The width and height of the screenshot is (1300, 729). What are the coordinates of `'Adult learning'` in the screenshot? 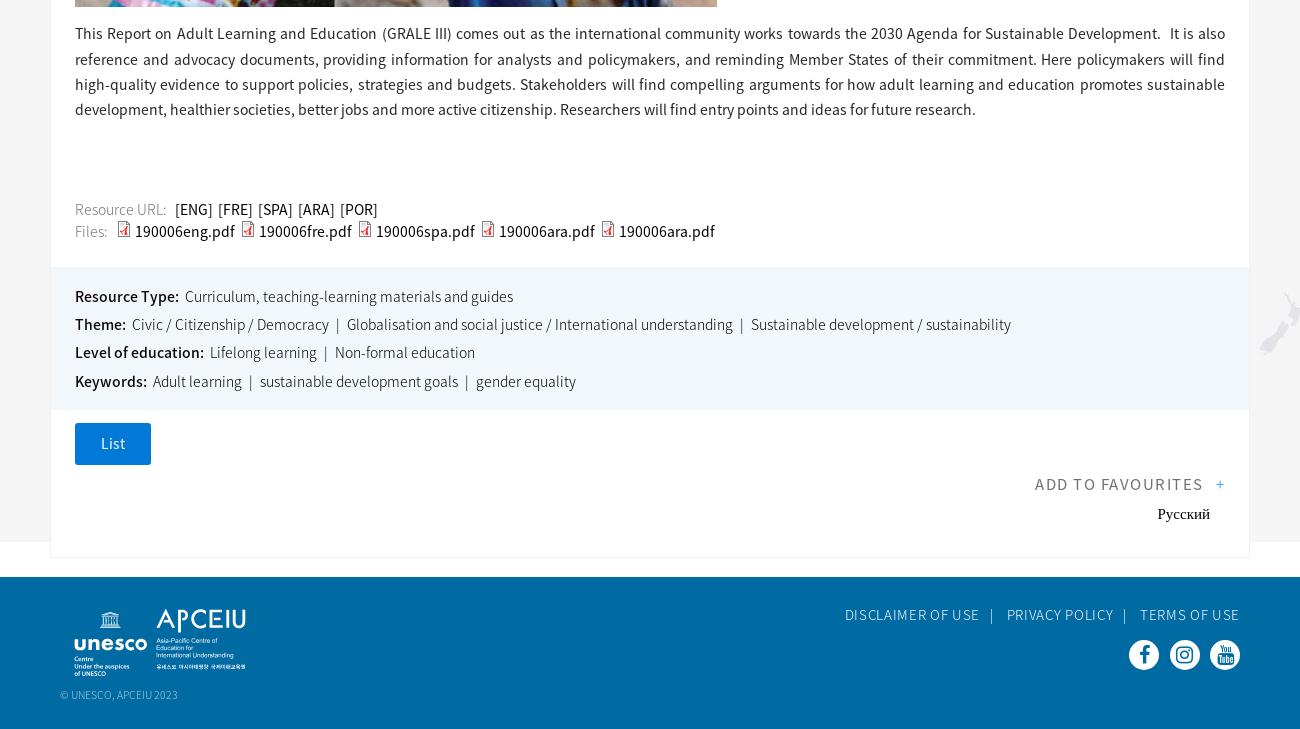 It's located at (196, 380).